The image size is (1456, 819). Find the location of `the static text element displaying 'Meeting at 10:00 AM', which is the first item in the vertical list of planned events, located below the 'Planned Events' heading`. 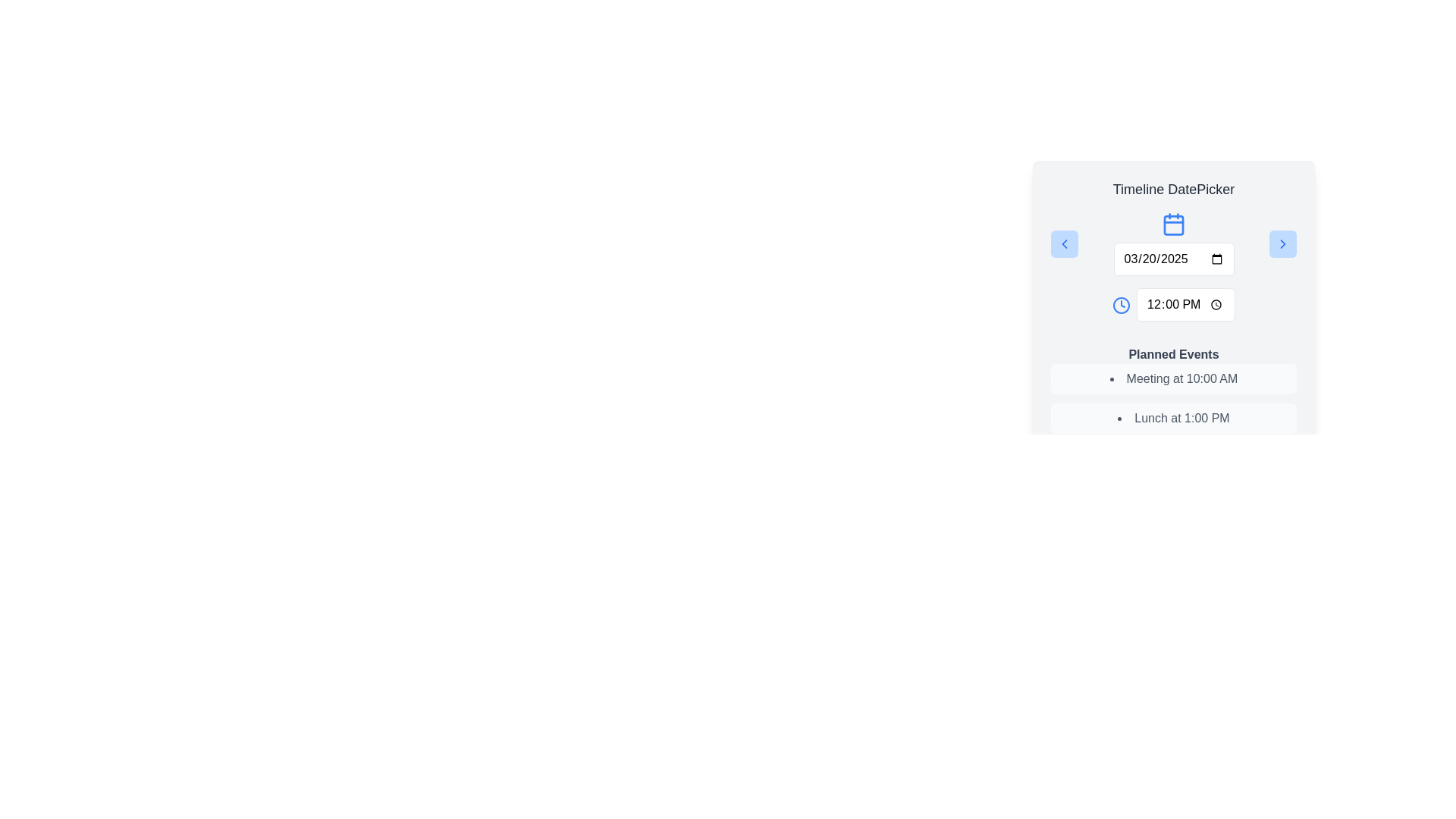

the static text element displaying 'Meeting at 10:00 AM', which is the first item in the vertical list of planned events, located below the 'Planned Events' heading is located at coordinates (1173, 378).